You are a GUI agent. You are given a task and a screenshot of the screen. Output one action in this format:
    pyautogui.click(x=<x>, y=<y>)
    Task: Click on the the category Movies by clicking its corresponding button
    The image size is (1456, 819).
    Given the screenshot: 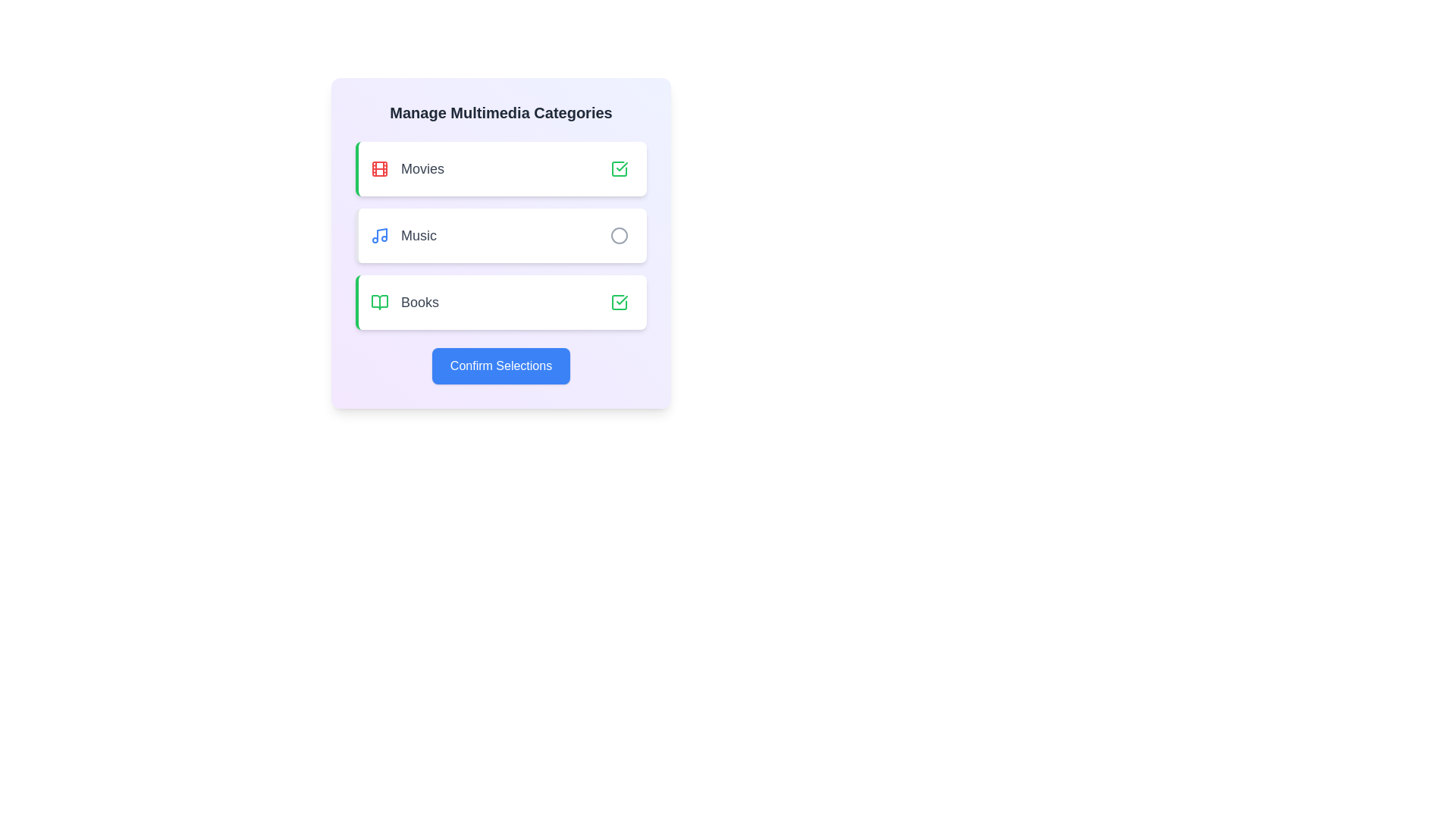 What is the action you would take?
    pyautogui.click(x=619, y=169)
    